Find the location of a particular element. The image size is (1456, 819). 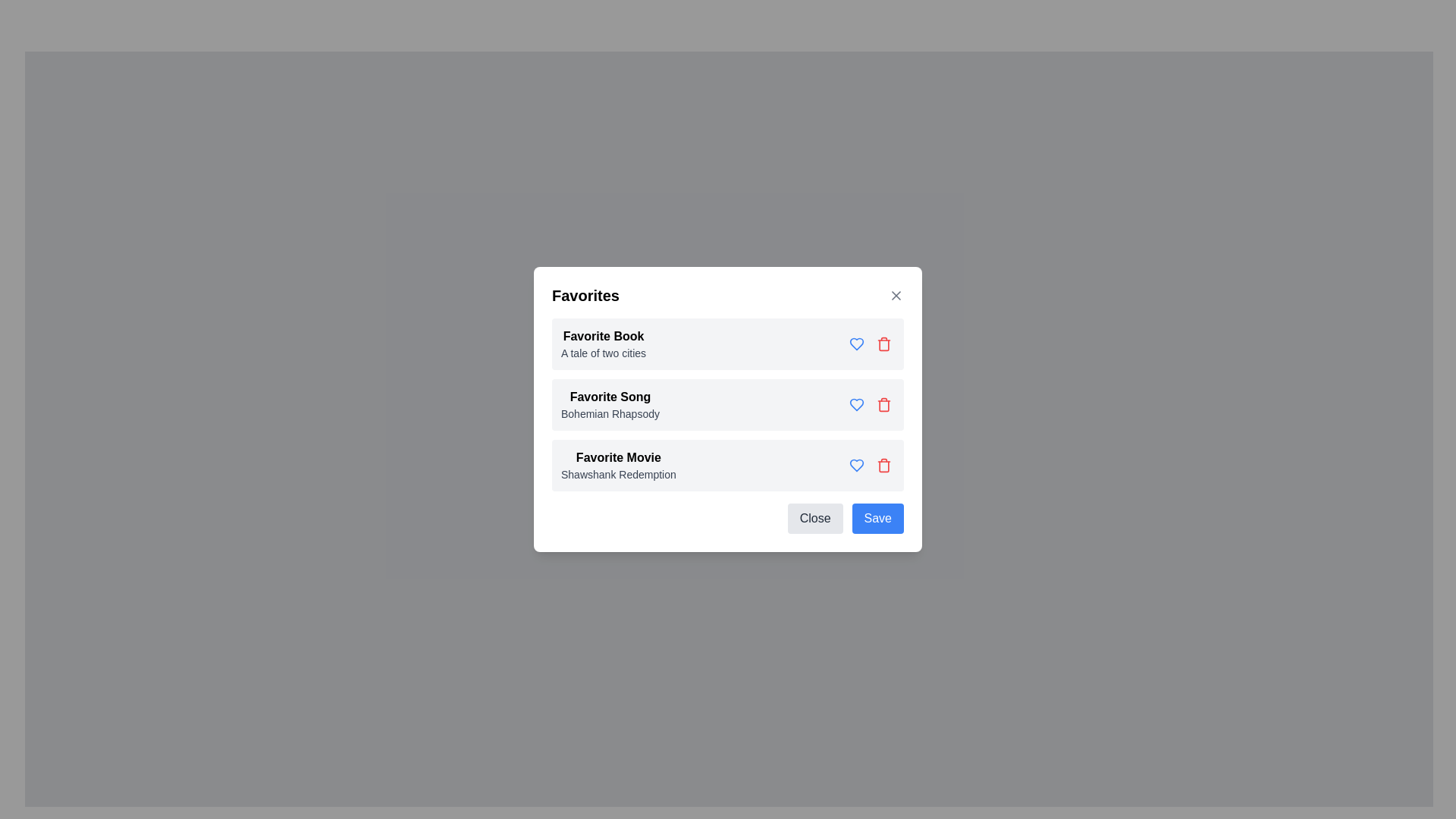

text content of the text label displaying 'Shawshank Redemption', which is the third item in the list under the heading 'Favorite Movie' in the modal dialog is located at coordinates (618, 473).